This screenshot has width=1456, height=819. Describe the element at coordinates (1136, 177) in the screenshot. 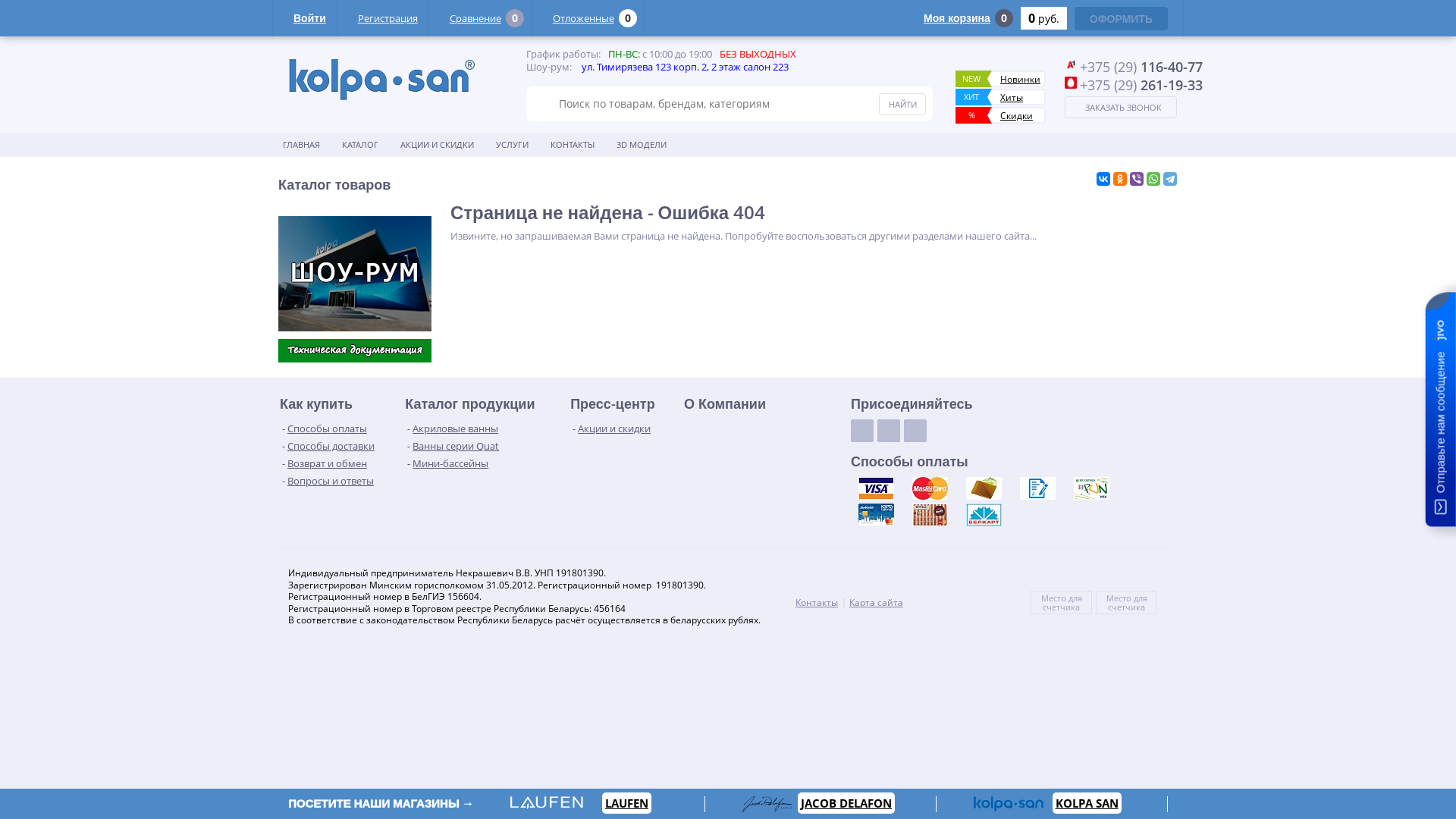

I see `'Viber'` at that location.